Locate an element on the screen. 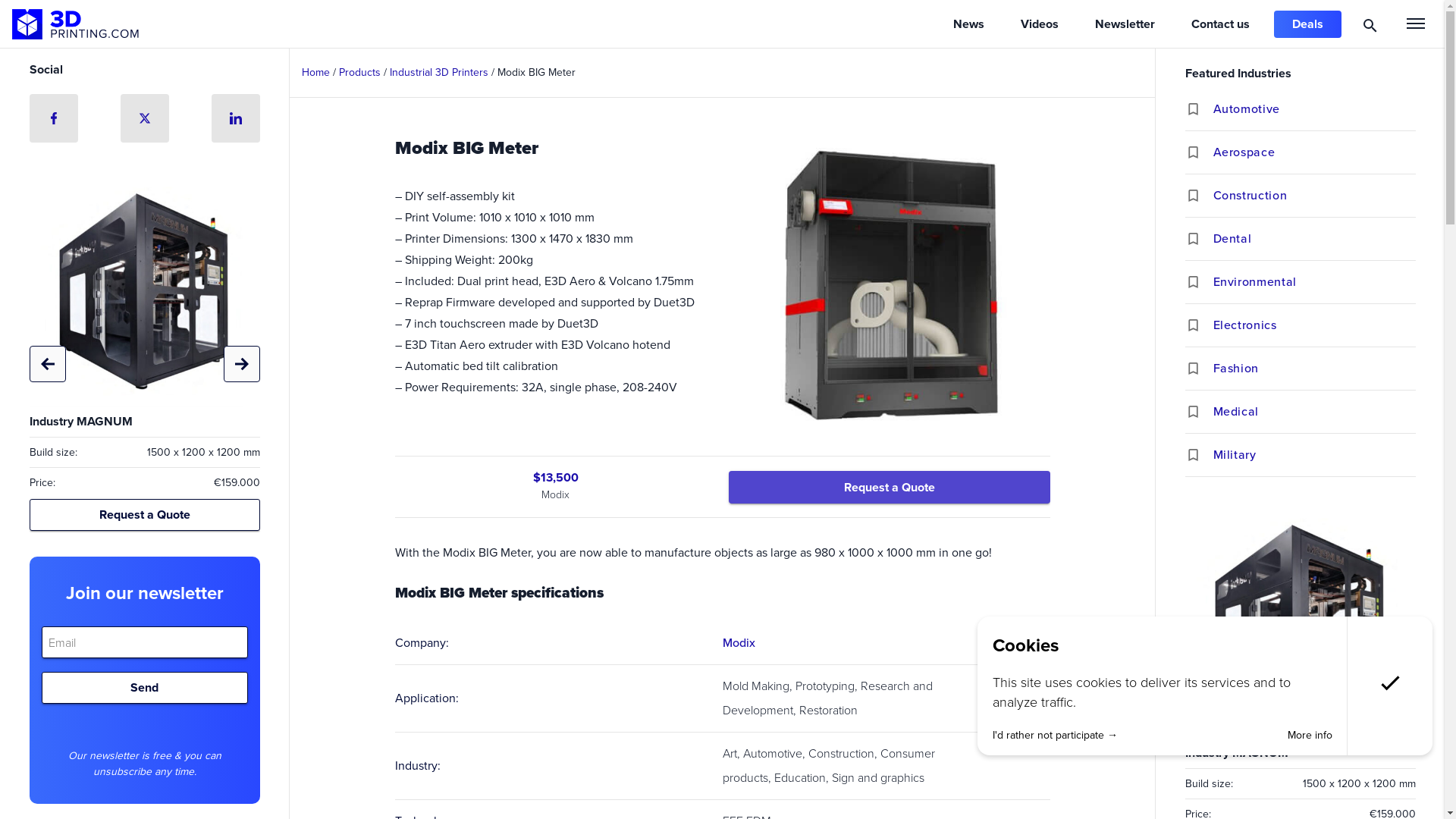 This screenshot has height=819, width=1456. 'Electronics' is located at coordinates (1313, 324).